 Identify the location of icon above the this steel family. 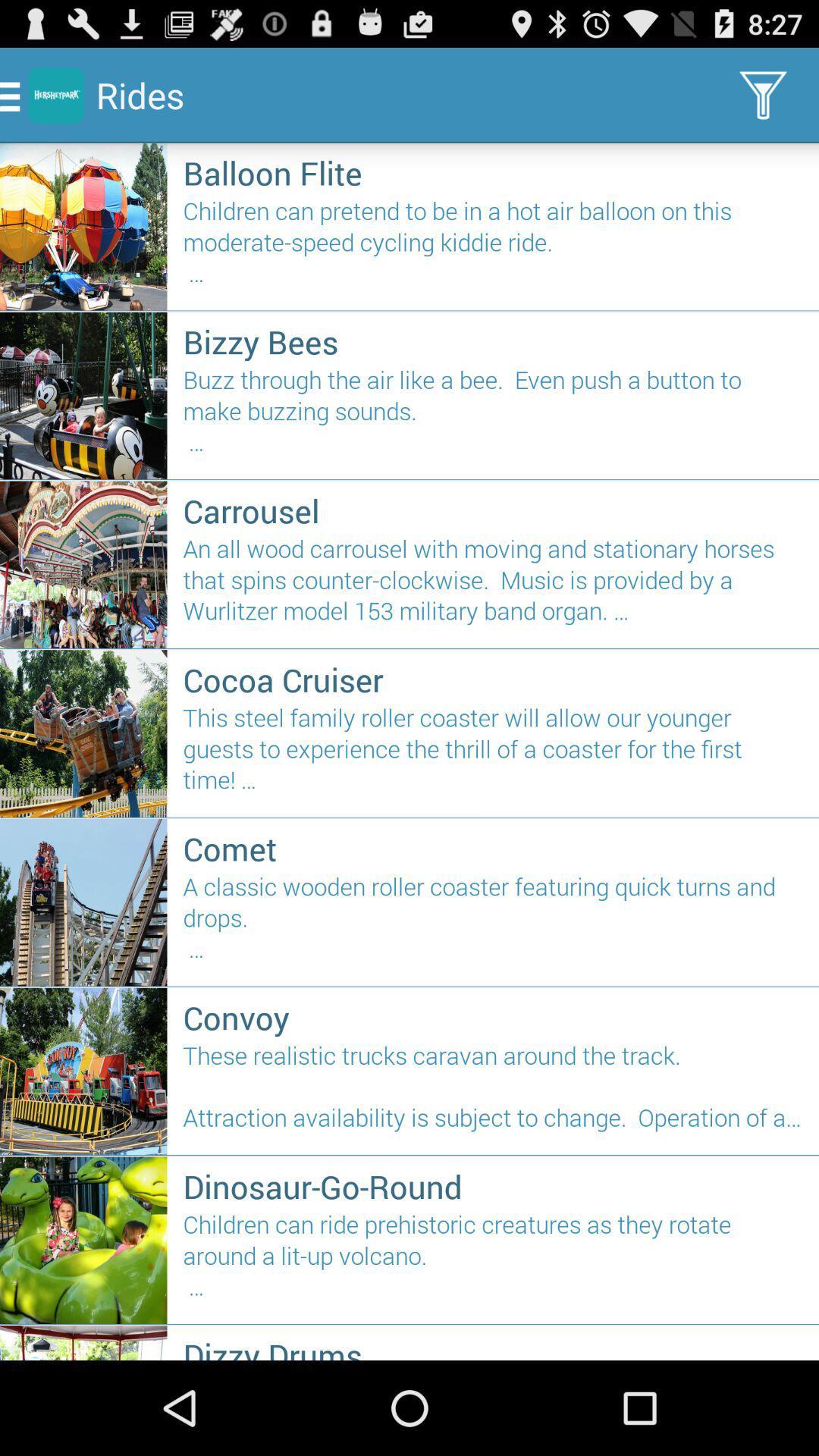
(493, 679).